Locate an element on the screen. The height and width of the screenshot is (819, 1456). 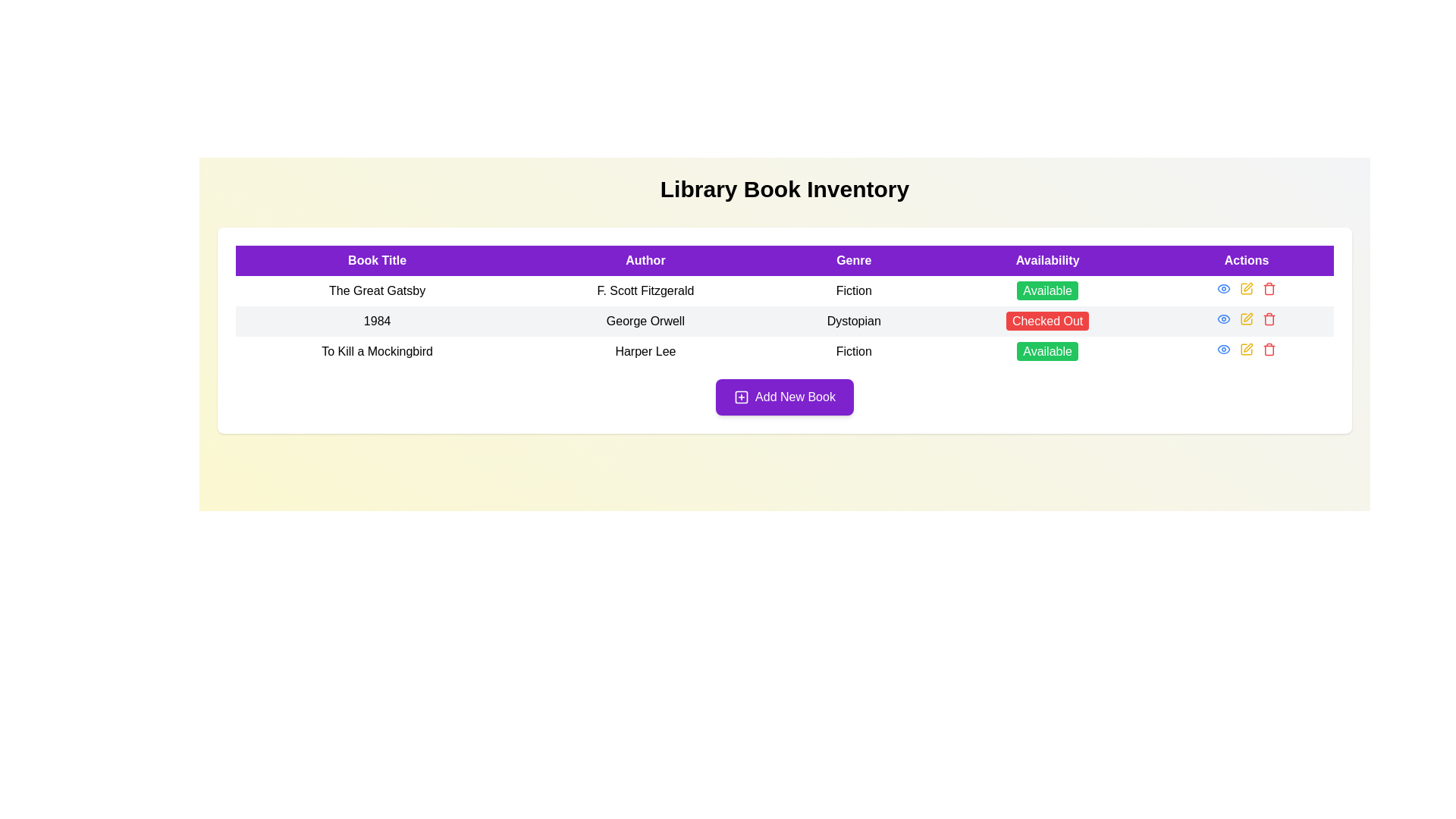
the text label displaying the author's name for the book '1984', located in the second cell of the 'Author' column is located at coordinates (645, 321).